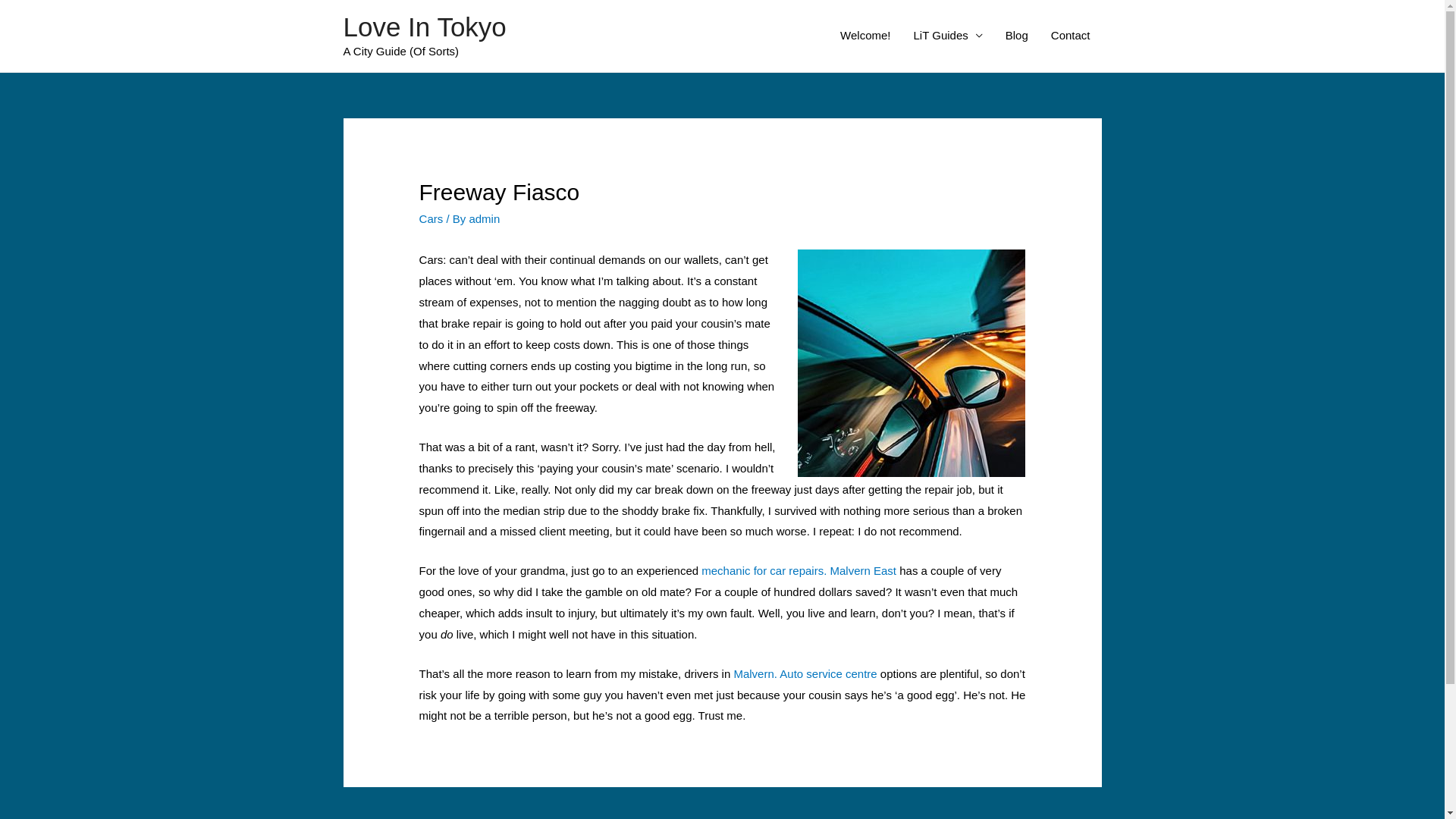  Describe the element at coordinates (828, 34) in the screenshot. I see `'Welcome!'` at that location.